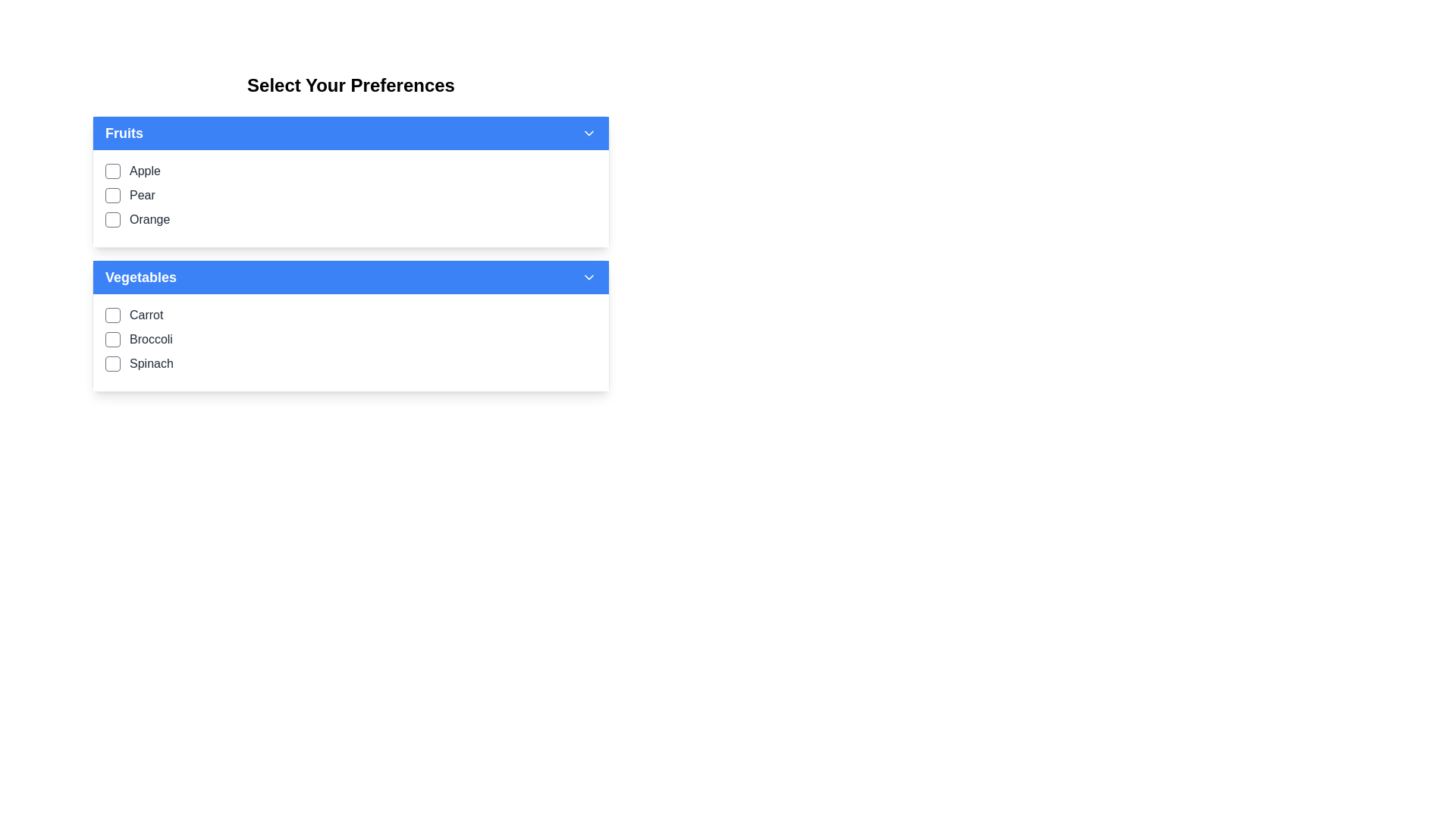 This screenshot has height=819, width=1456. What do you see at coordinates (350, 278) in the screenshot?
I see `the 'Vegetables' dropdown header element for keyboard navigation` at bounding box center [350, 278].